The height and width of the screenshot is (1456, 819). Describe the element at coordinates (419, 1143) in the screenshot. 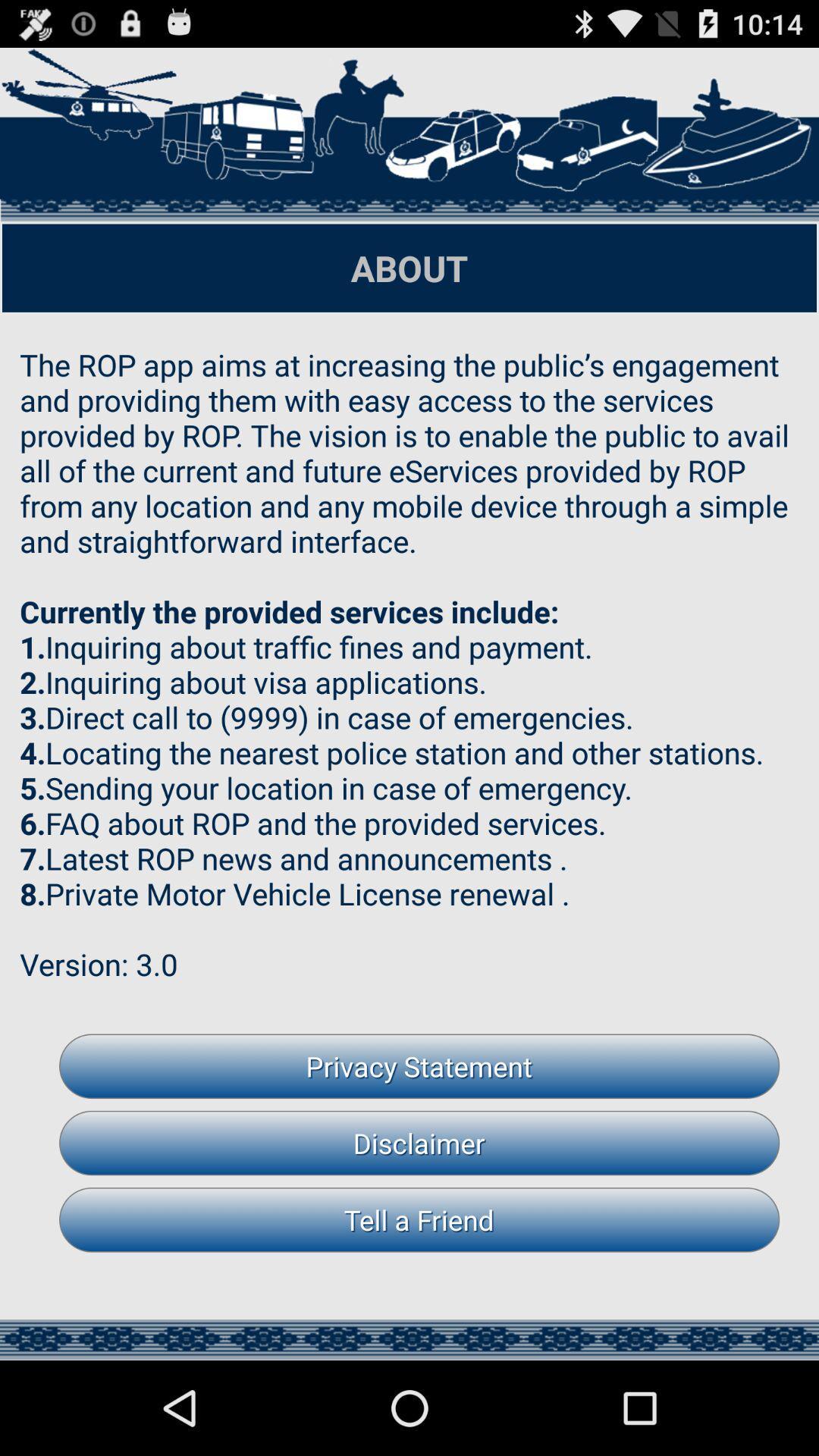

I see `the disclaimer` at that location.